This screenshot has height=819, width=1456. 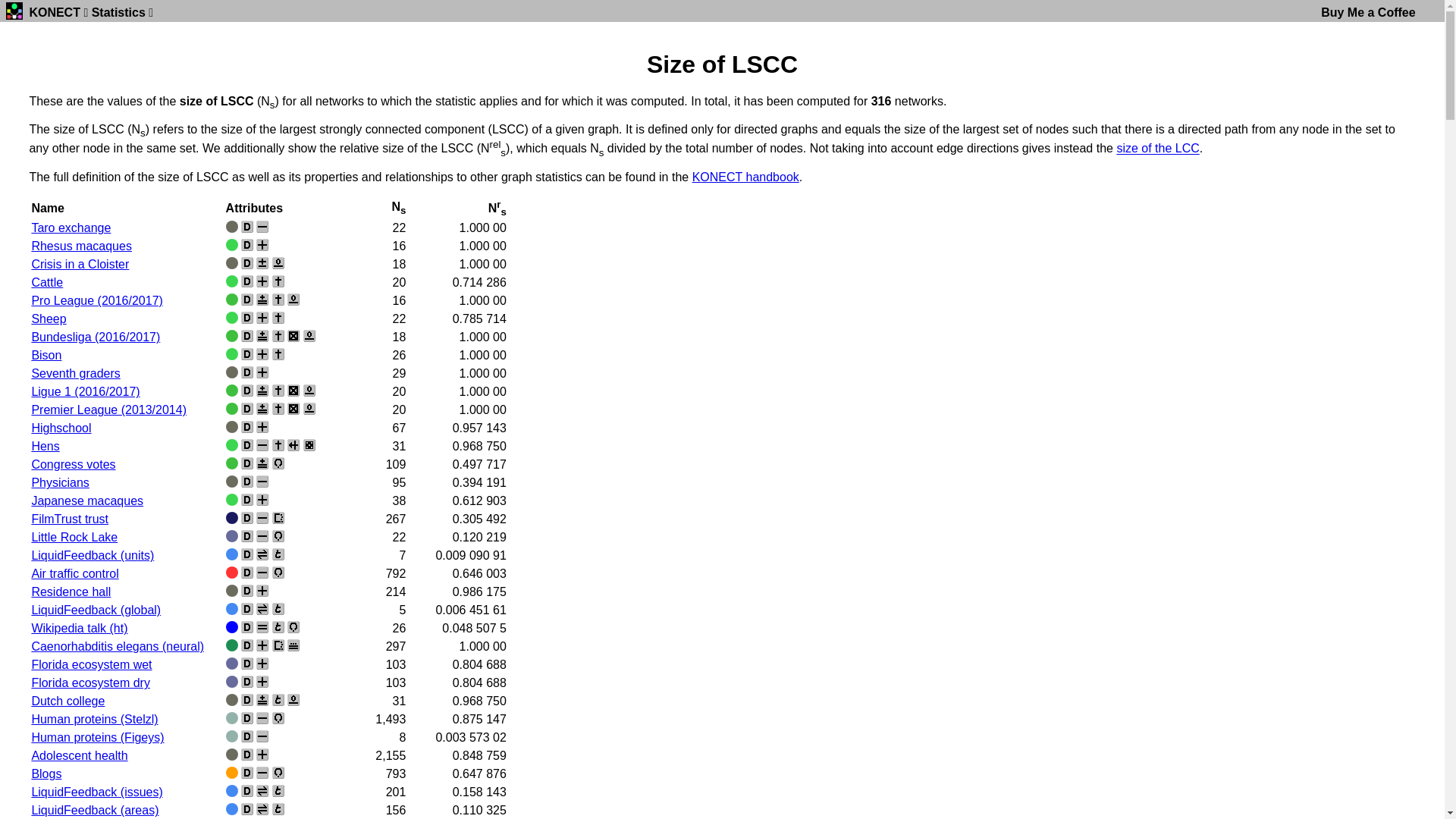 I want to click on 'KONECT handbook', so click(x=745, y=176).